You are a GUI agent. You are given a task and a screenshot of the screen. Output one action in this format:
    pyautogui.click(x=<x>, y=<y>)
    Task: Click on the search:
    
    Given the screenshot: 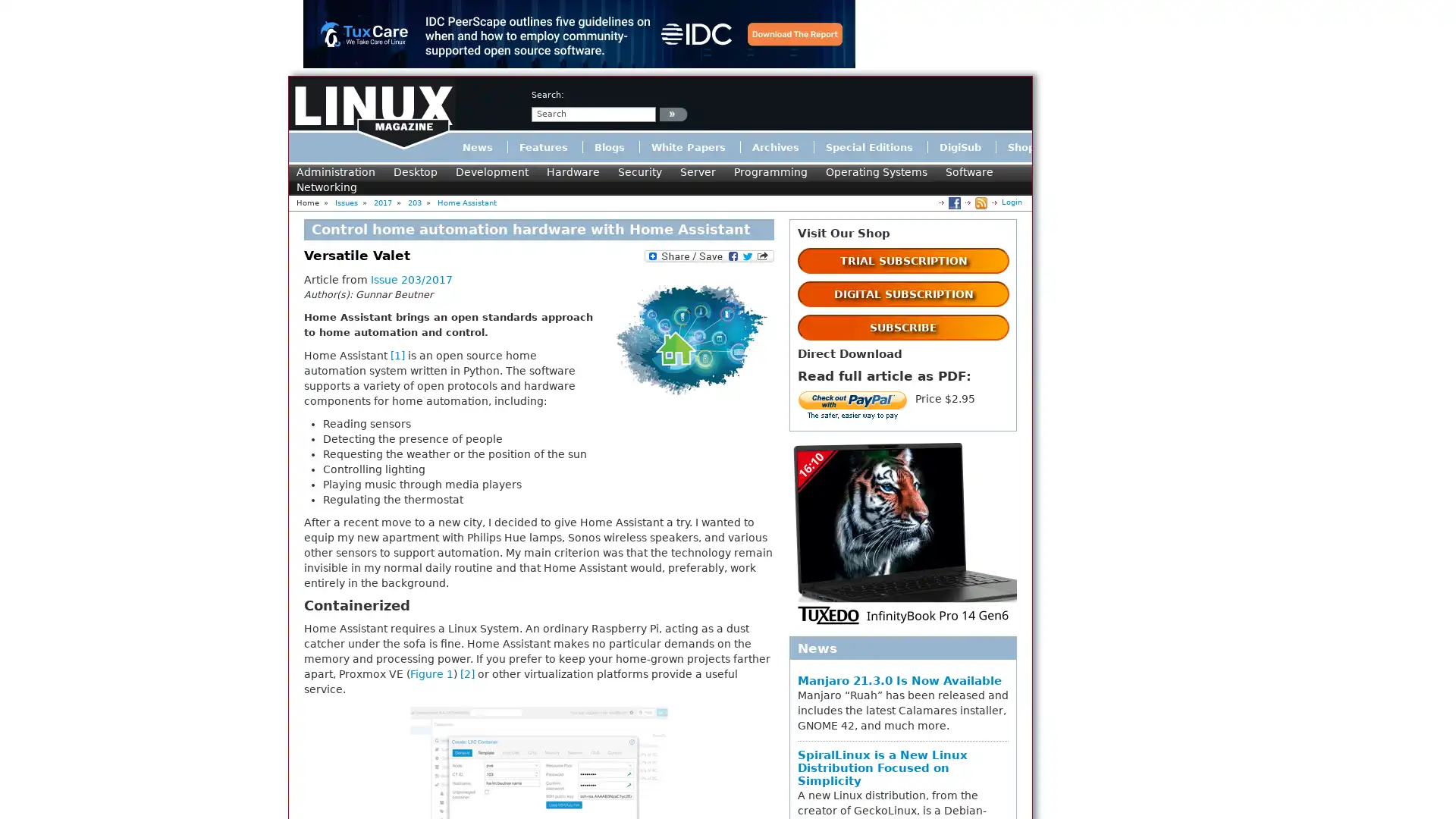 What is the action you would take?
    pyautogui.click(x=673, y=113)
    